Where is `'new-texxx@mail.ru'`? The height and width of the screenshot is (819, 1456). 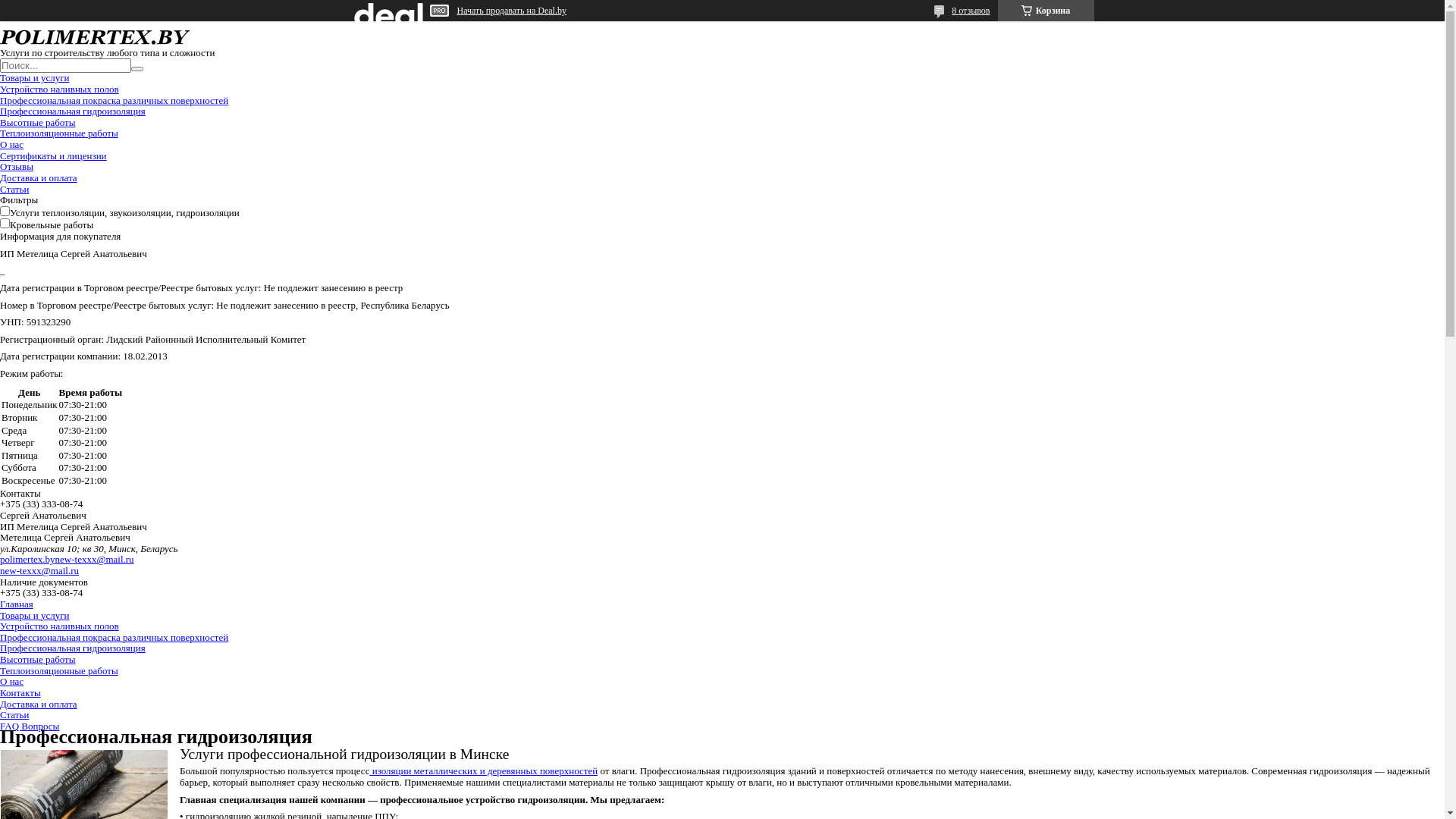 'new-texxx@mail.ru' is located at coordinates (39, 570).